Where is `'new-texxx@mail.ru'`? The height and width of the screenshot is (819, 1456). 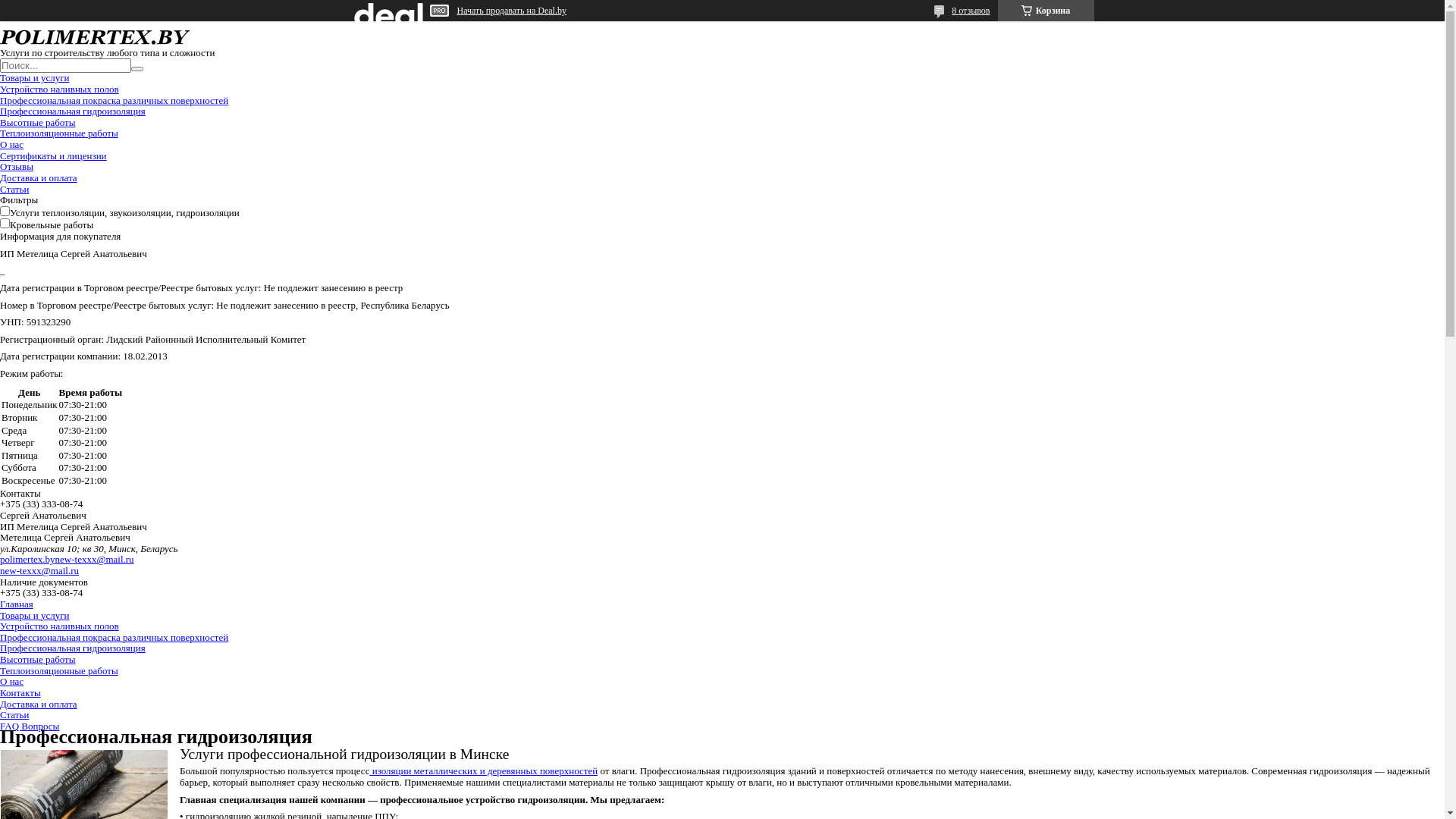 'new-texxx@mail.ru' is located at coordinates (39, 570).